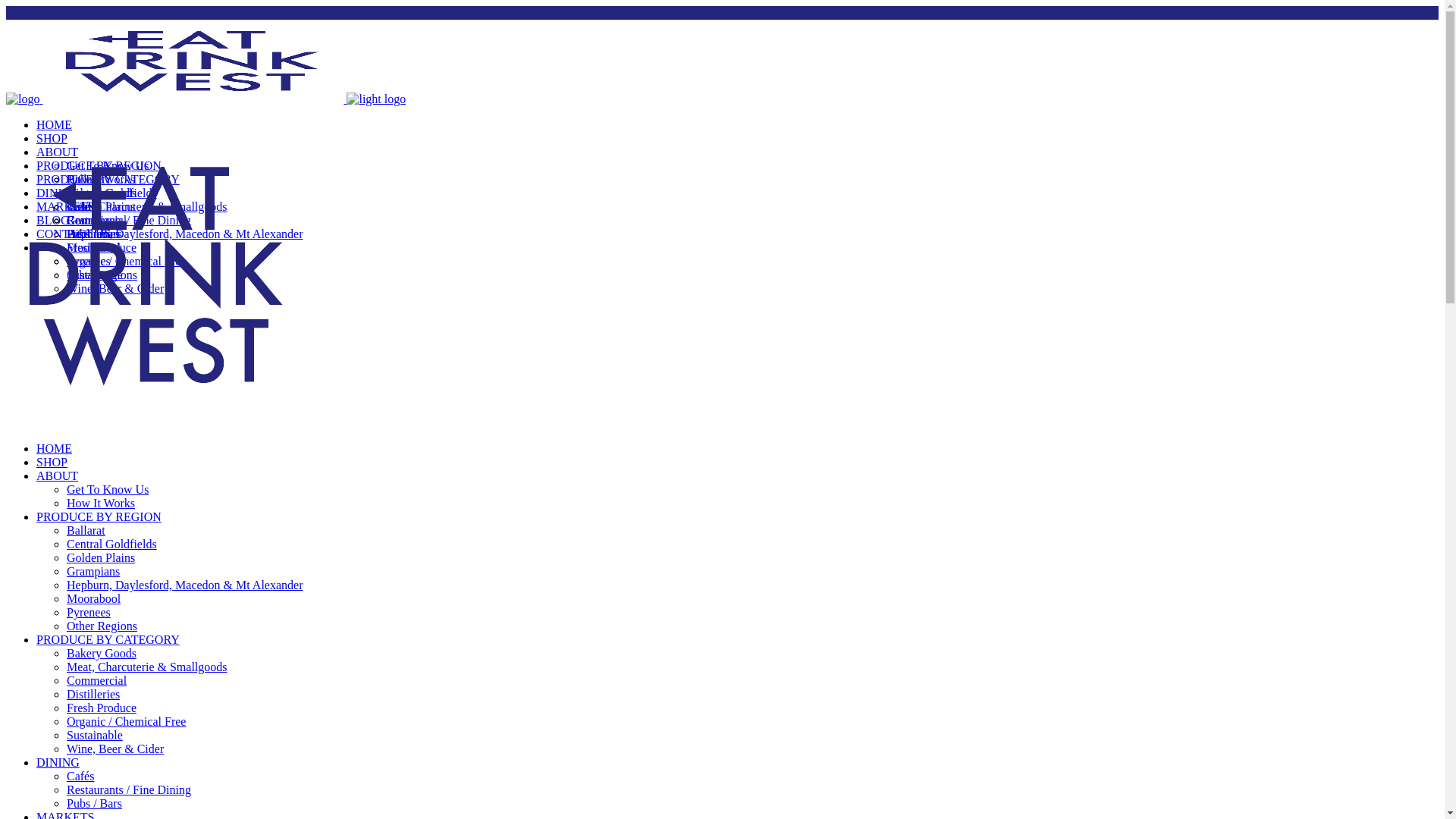 The height and width of the screenshot is (819, 1456). I want to click on 'Get To Know Us', so click(107, 489).